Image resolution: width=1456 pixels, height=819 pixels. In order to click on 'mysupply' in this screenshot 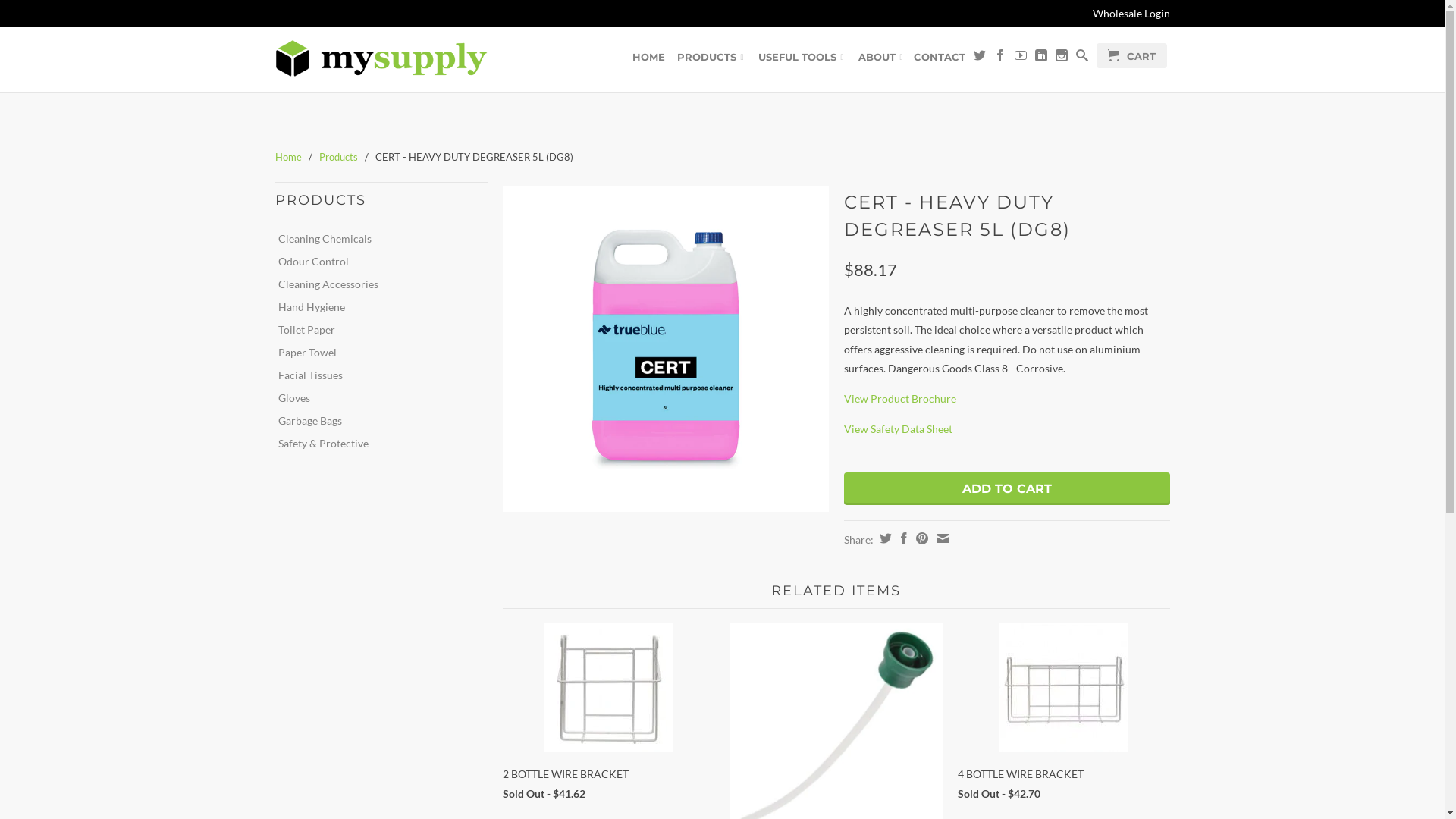, I will do `click(381, 58)`.